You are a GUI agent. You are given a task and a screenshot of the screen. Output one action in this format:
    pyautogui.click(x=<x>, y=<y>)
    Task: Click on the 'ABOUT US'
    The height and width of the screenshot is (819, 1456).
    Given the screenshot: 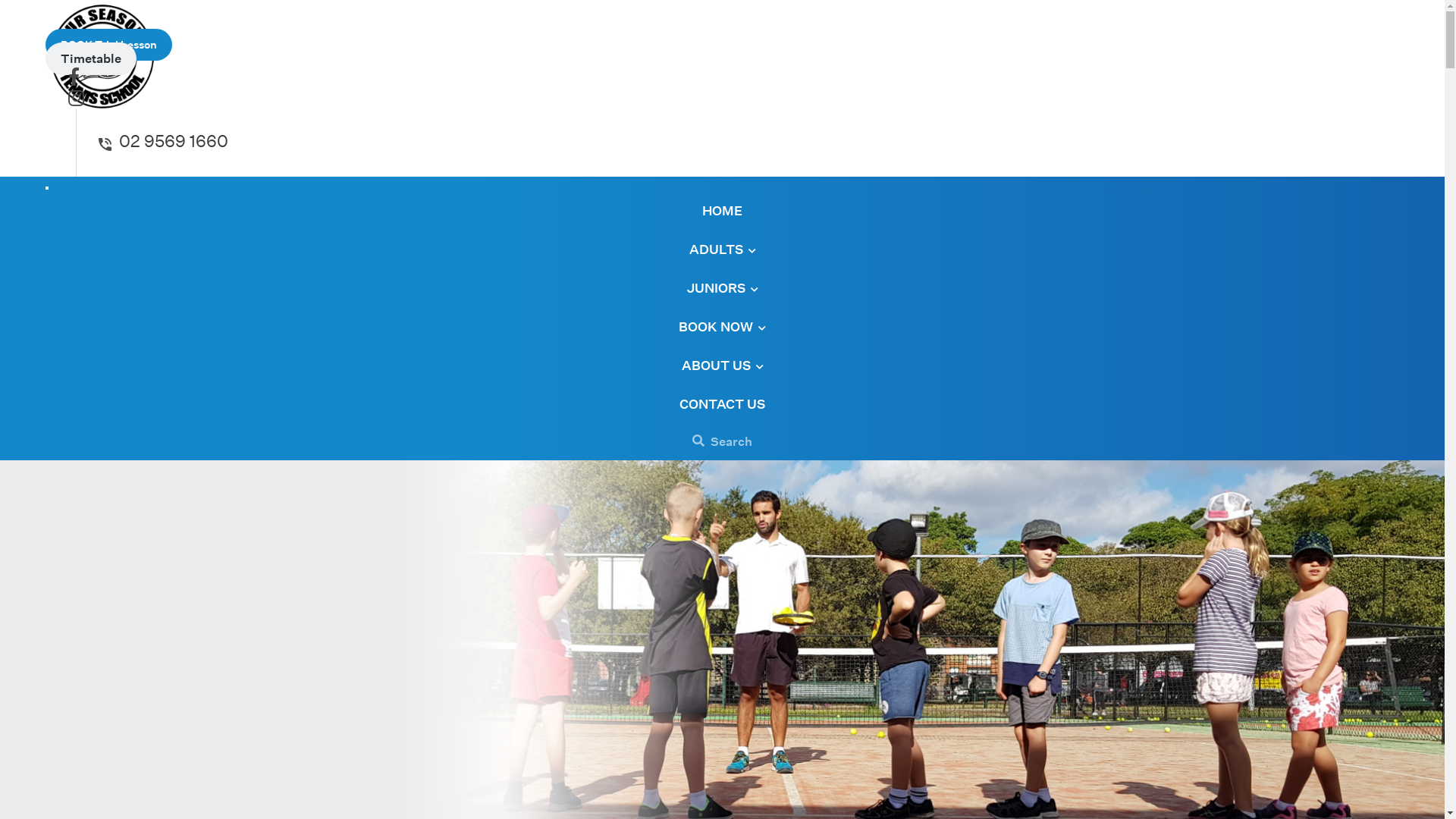 What is the action you would take?
    pyautogui.click(x=720, y=365)
    